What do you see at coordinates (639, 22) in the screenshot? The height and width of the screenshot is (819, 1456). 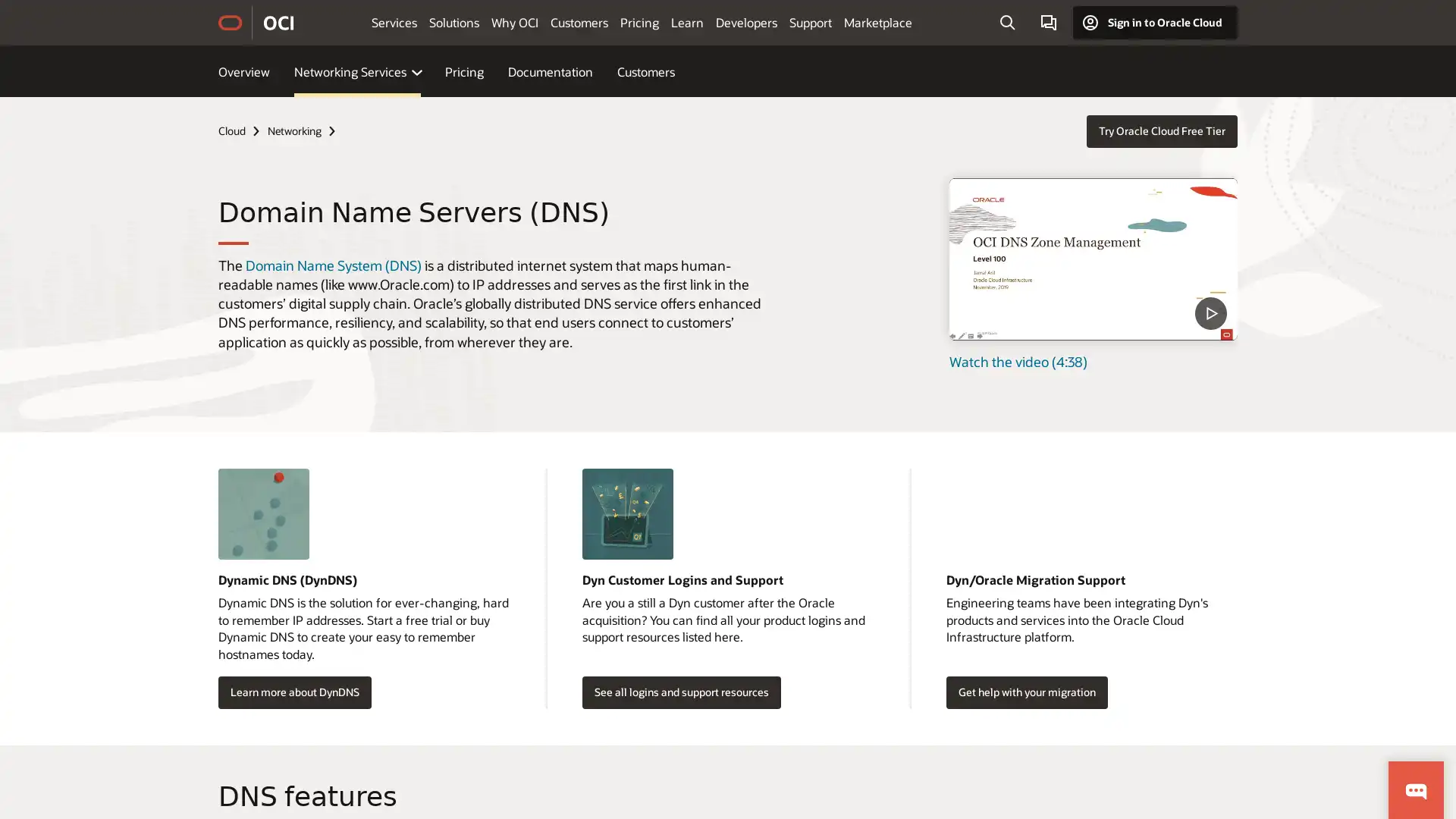 I see `Pricing` at bounding box center [639, 22].